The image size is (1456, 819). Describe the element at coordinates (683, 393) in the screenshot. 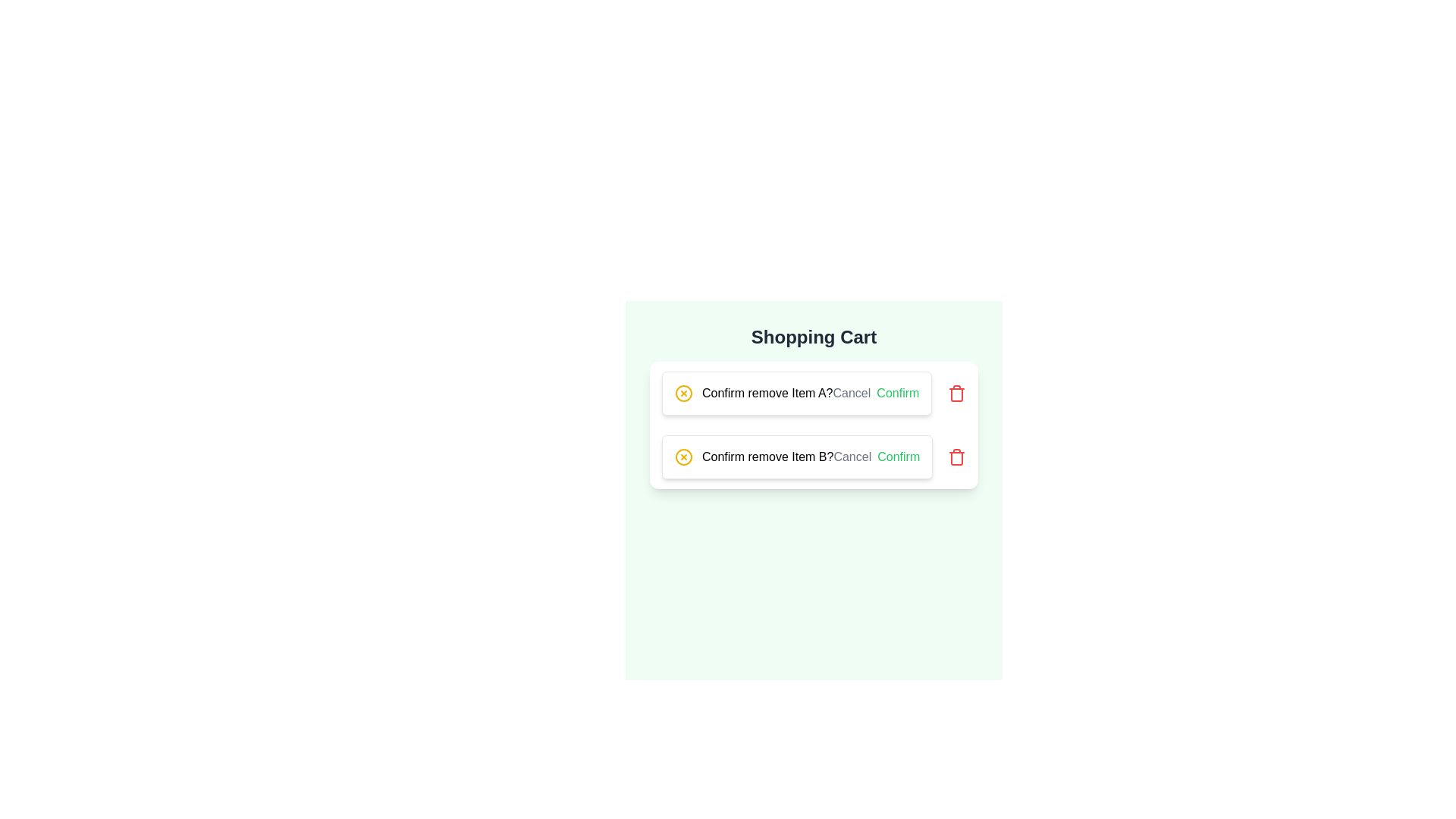

I see `the circular icon with a yellow border and a red cross inside, located on the left side of the dialog box containing the text 'Confirm remove Item A?'` at that location.